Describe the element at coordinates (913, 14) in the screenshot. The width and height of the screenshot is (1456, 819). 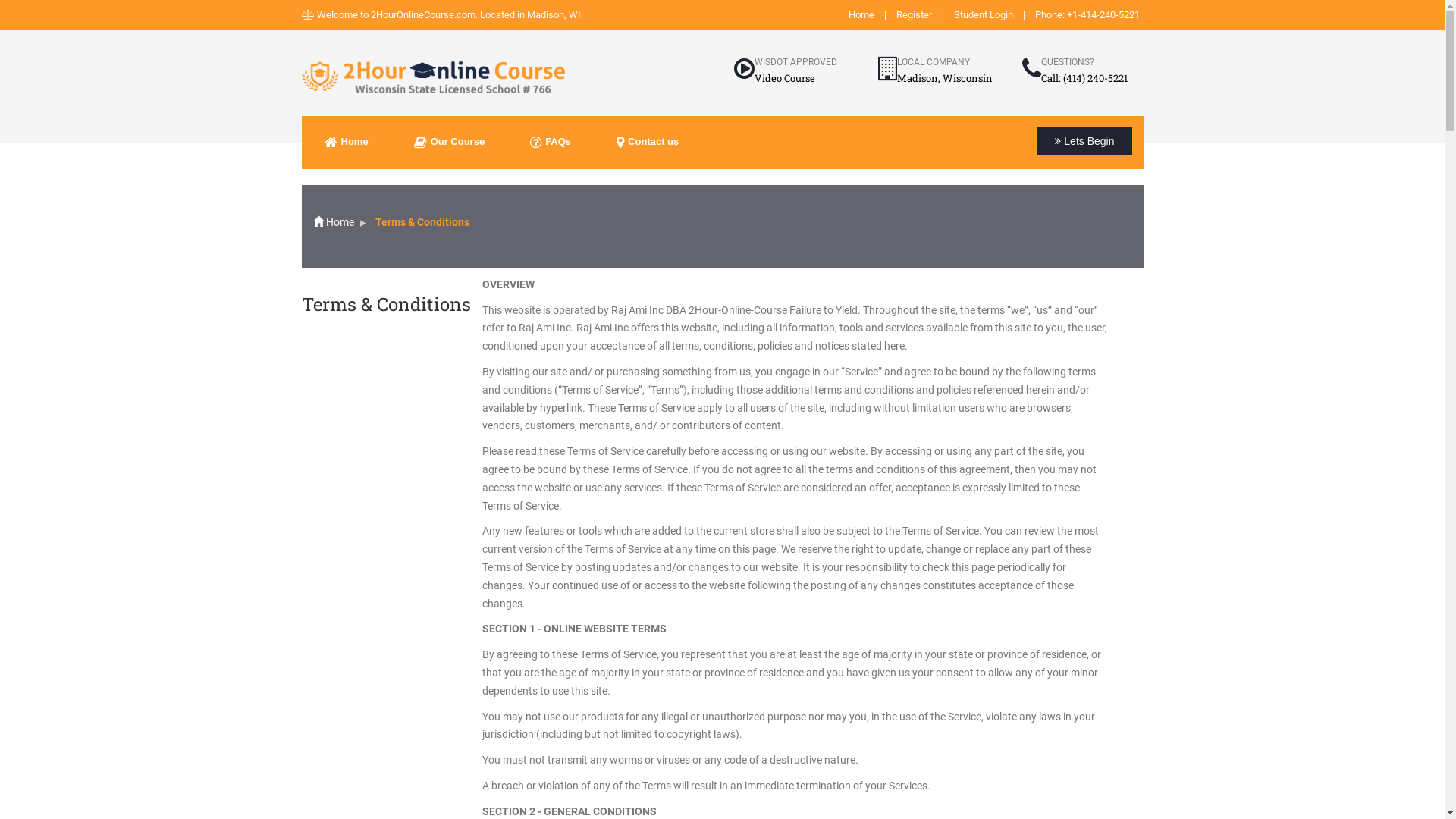
I see `'Register'` at that location.